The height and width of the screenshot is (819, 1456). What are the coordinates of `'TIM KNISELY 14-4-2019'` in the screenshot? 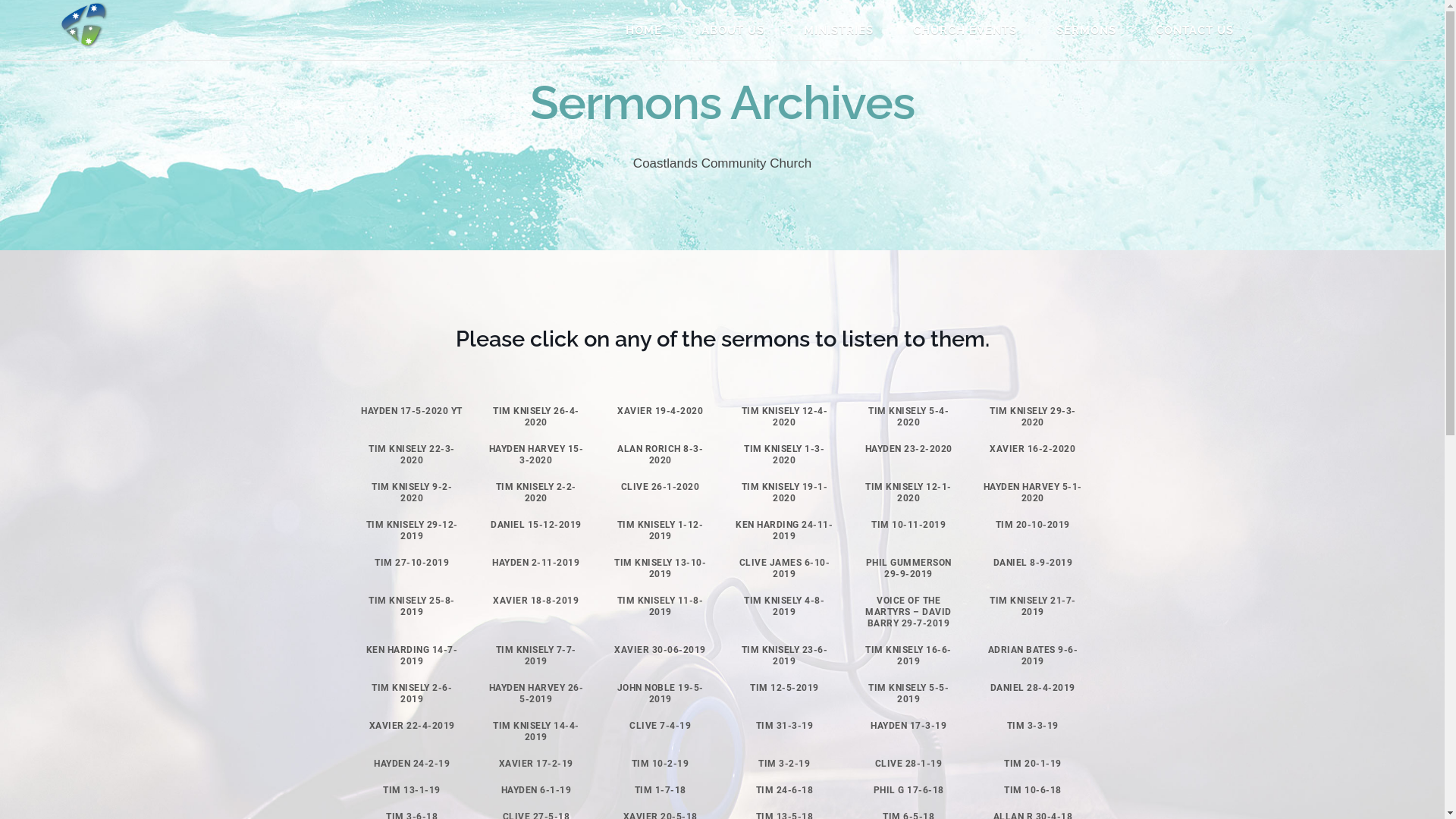 It's located at (492, 730).